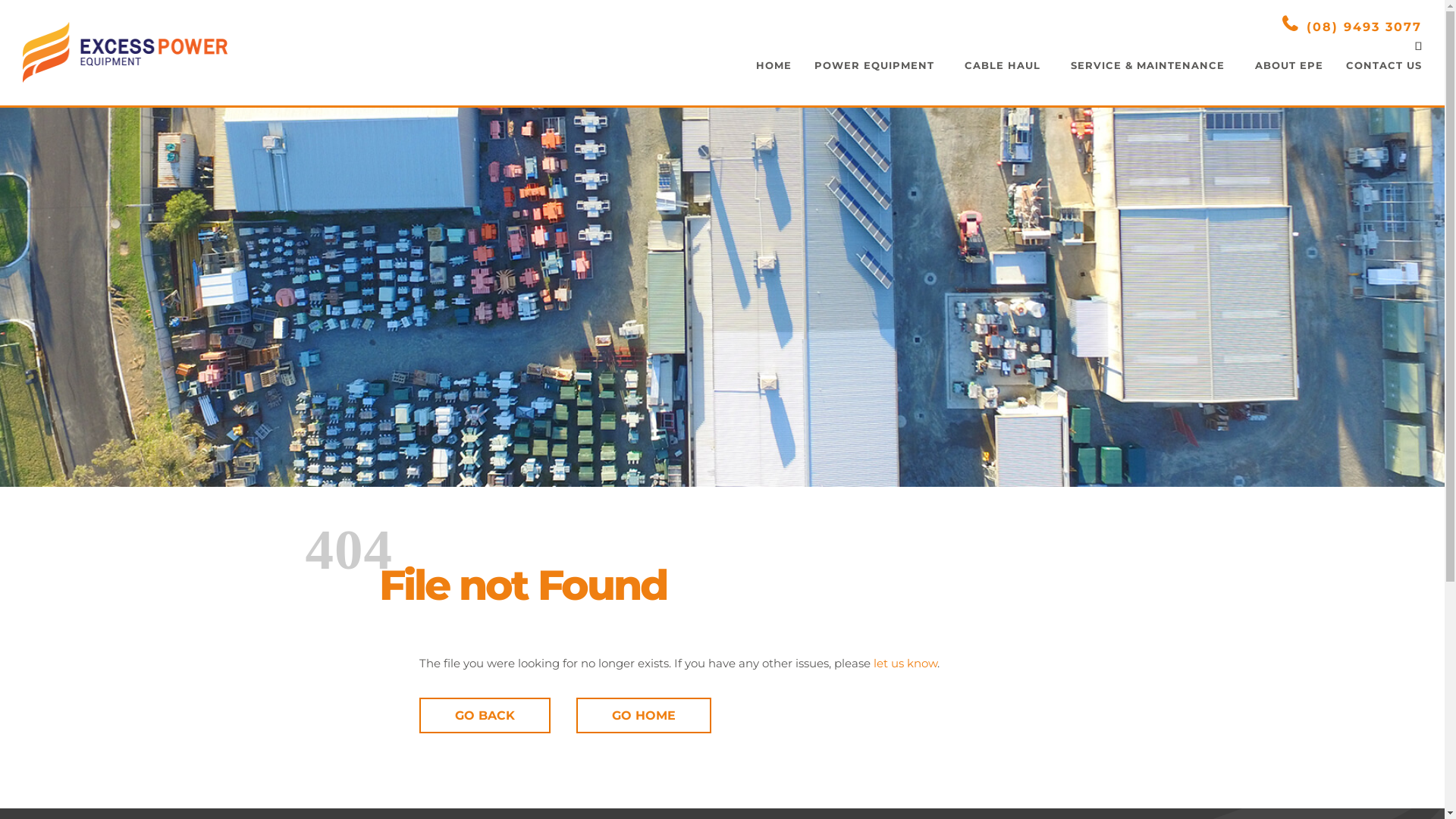  Describe the element at coordinates (483, 715) in the screenshot. I see `'GO BACK'` at that location.